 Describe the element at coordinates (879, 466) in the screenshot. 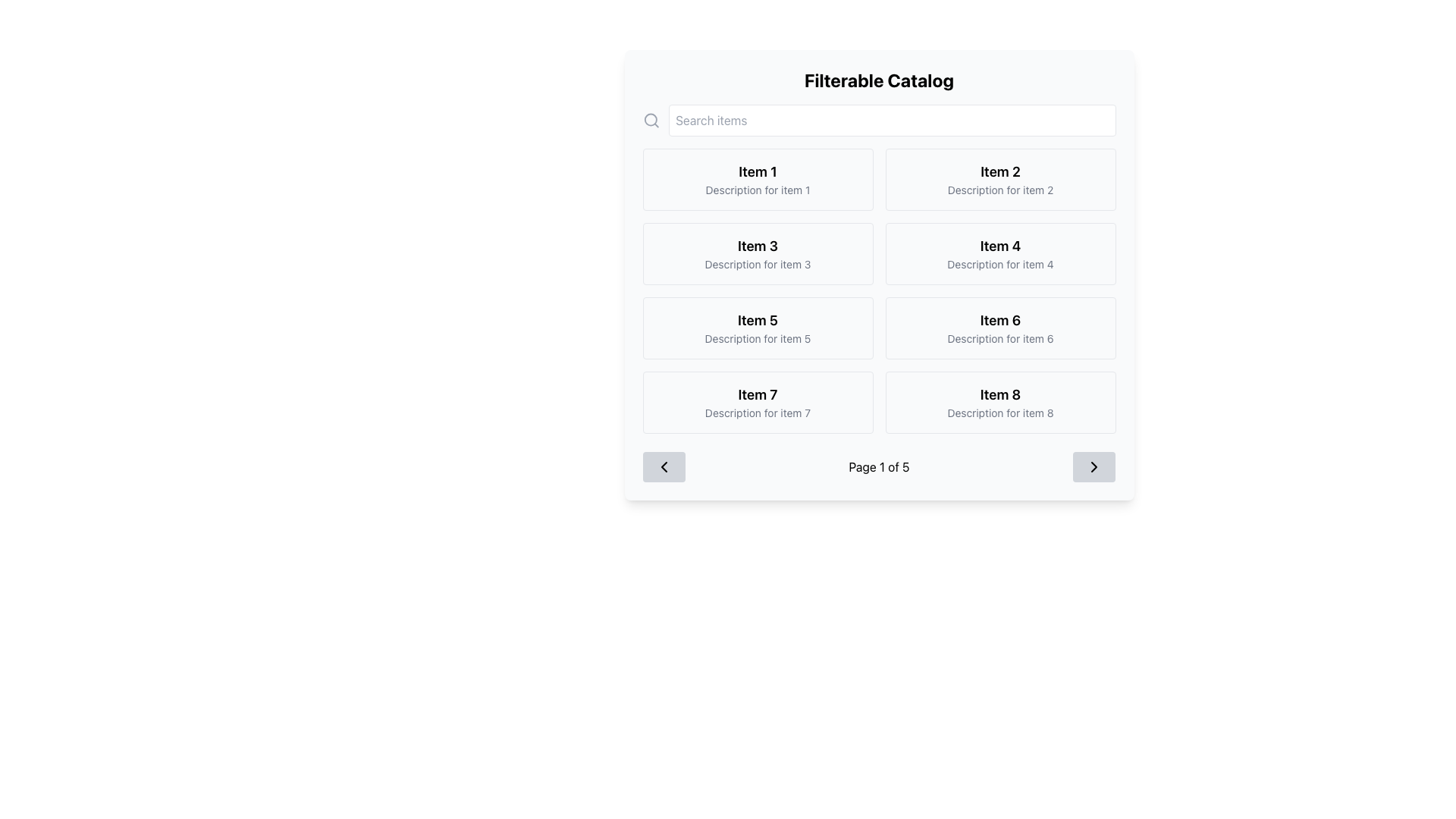

I see `pagination text displayed as 'Page 1 of 5' located at the bottom of the 'Filterable Catalog' interface, centered between the navigation buttons` at that location.